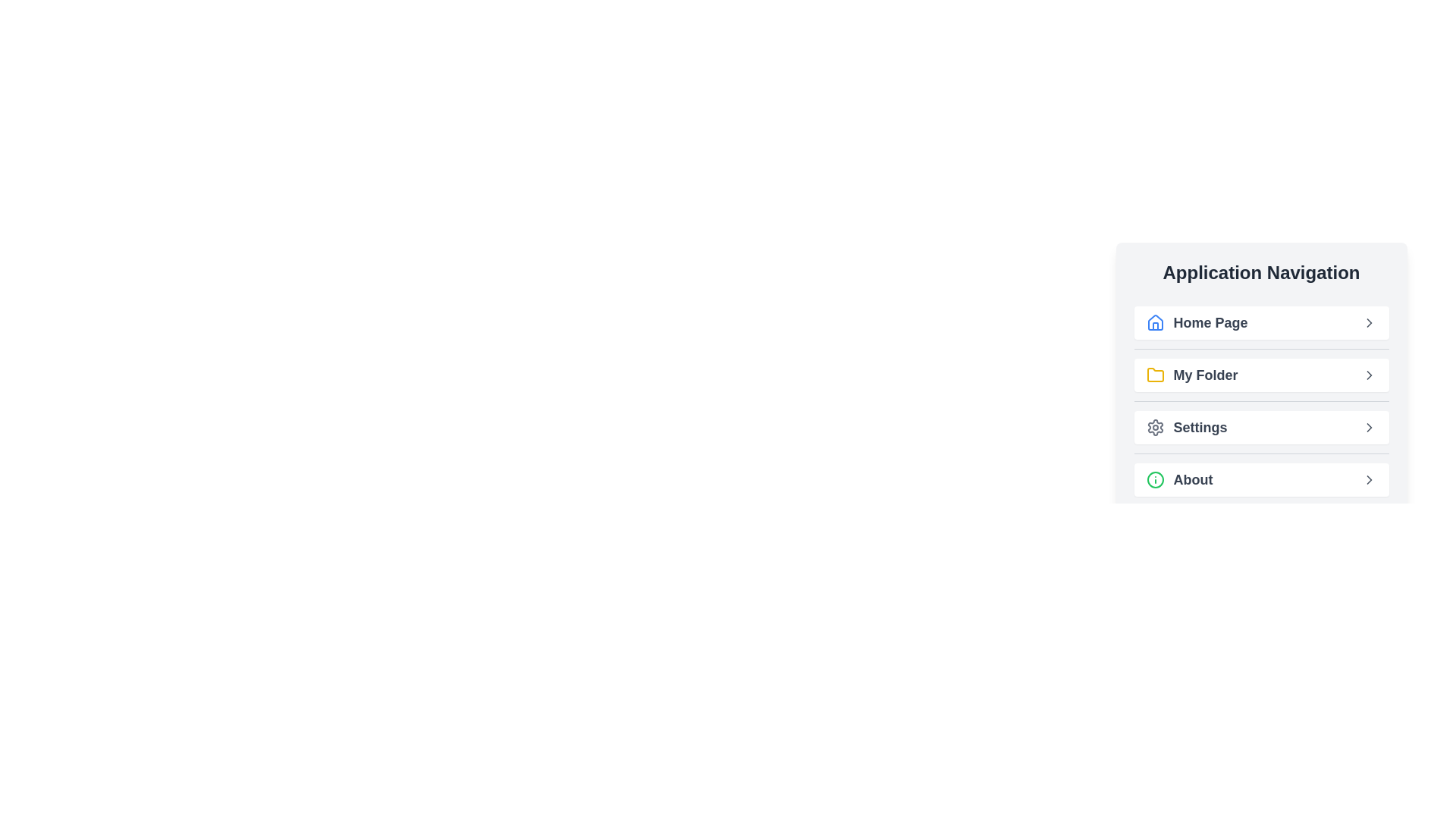 This screenshot has width=1456, height=819. I want to click on the 'My Folder' navigation menu item, so click(1261, 400).